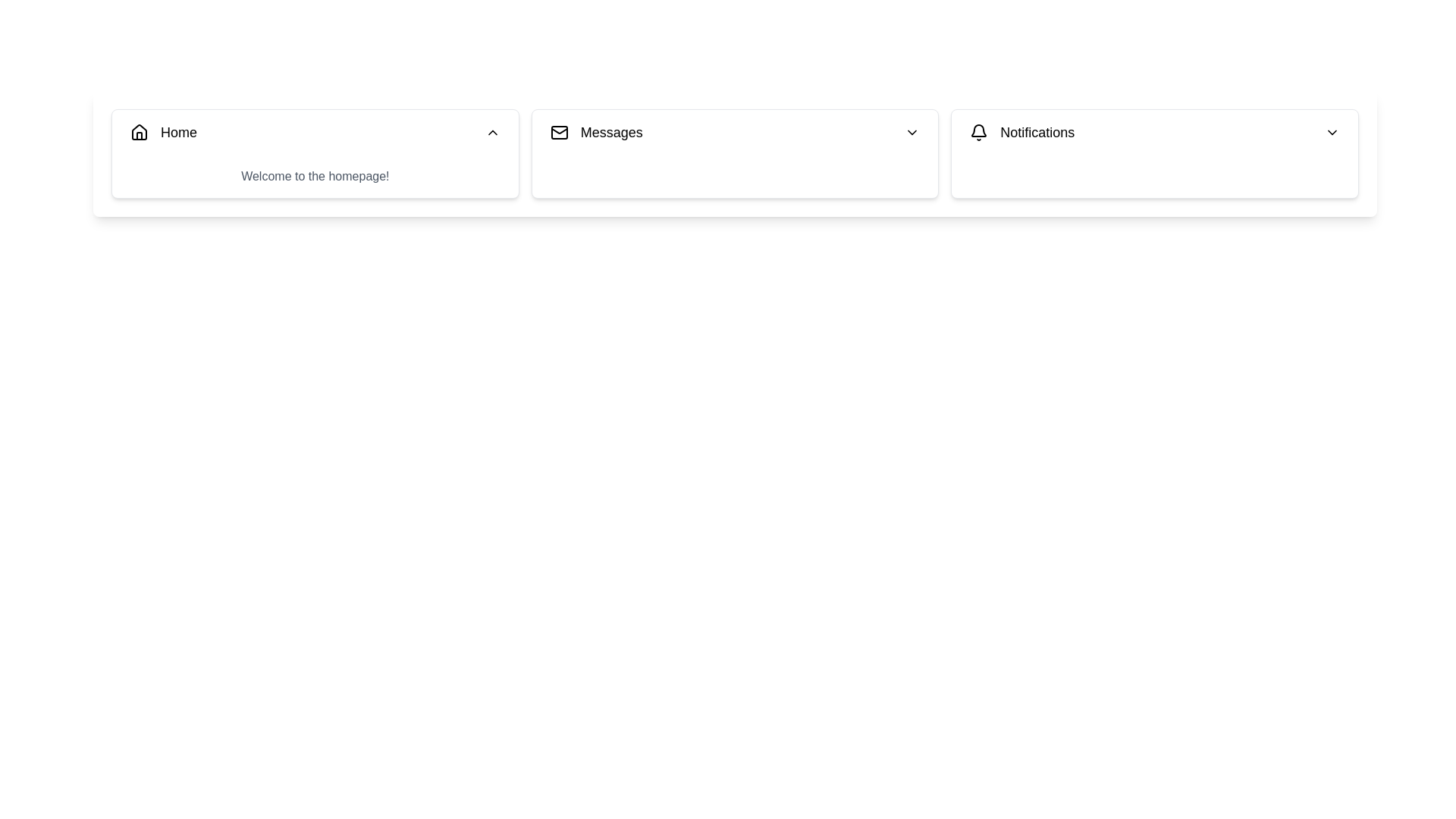 The width and height of the screenshot is (1456, 819). What do you see at coordinates (178, 131) in the screenshot?
I see `the 'Home' text label, which is a medium-sized, bold font label part of the navigation structure, positioned to the right of a house-shaped icon` at bounding box center [178, 131].